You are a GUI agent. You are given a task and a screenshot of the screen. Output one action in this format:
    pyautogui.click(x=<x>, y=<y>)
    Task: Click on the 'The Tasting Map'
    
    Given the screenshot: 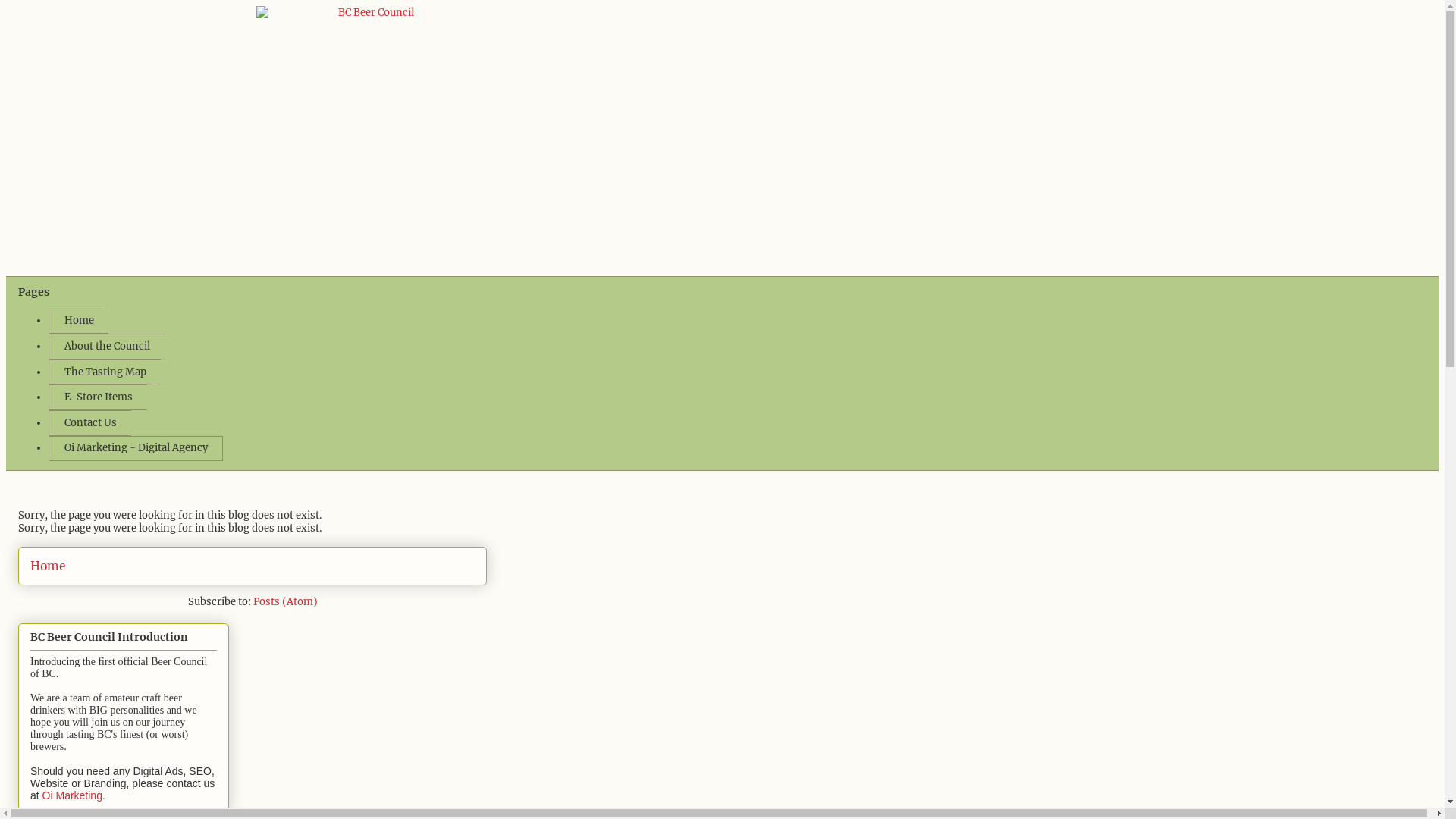 What is the action you would take?
    pyautogui.click(x=104, y=372)
    